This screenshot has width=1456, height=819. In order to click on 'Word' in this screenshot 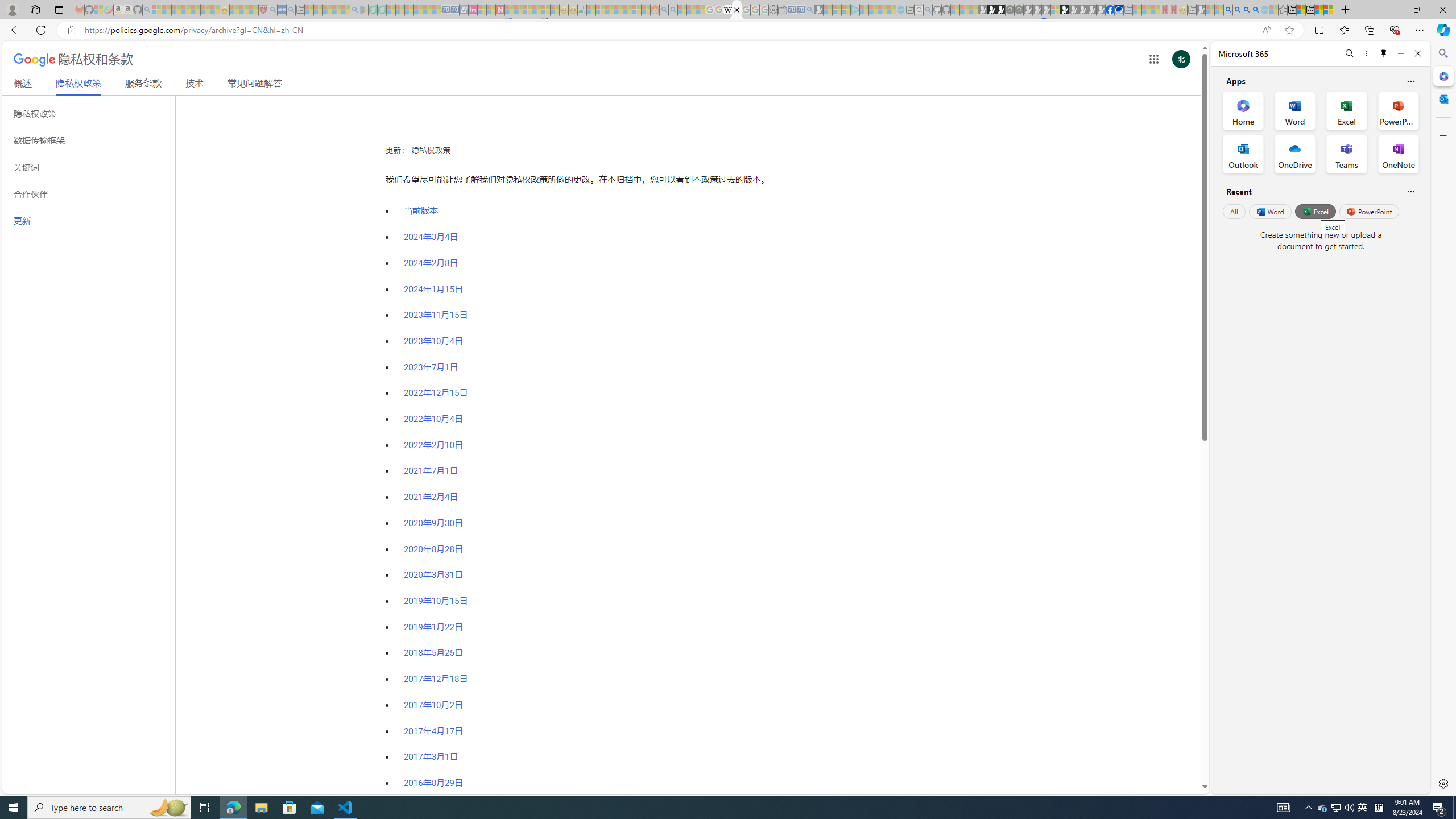, I will do `click(1269, 211)`.